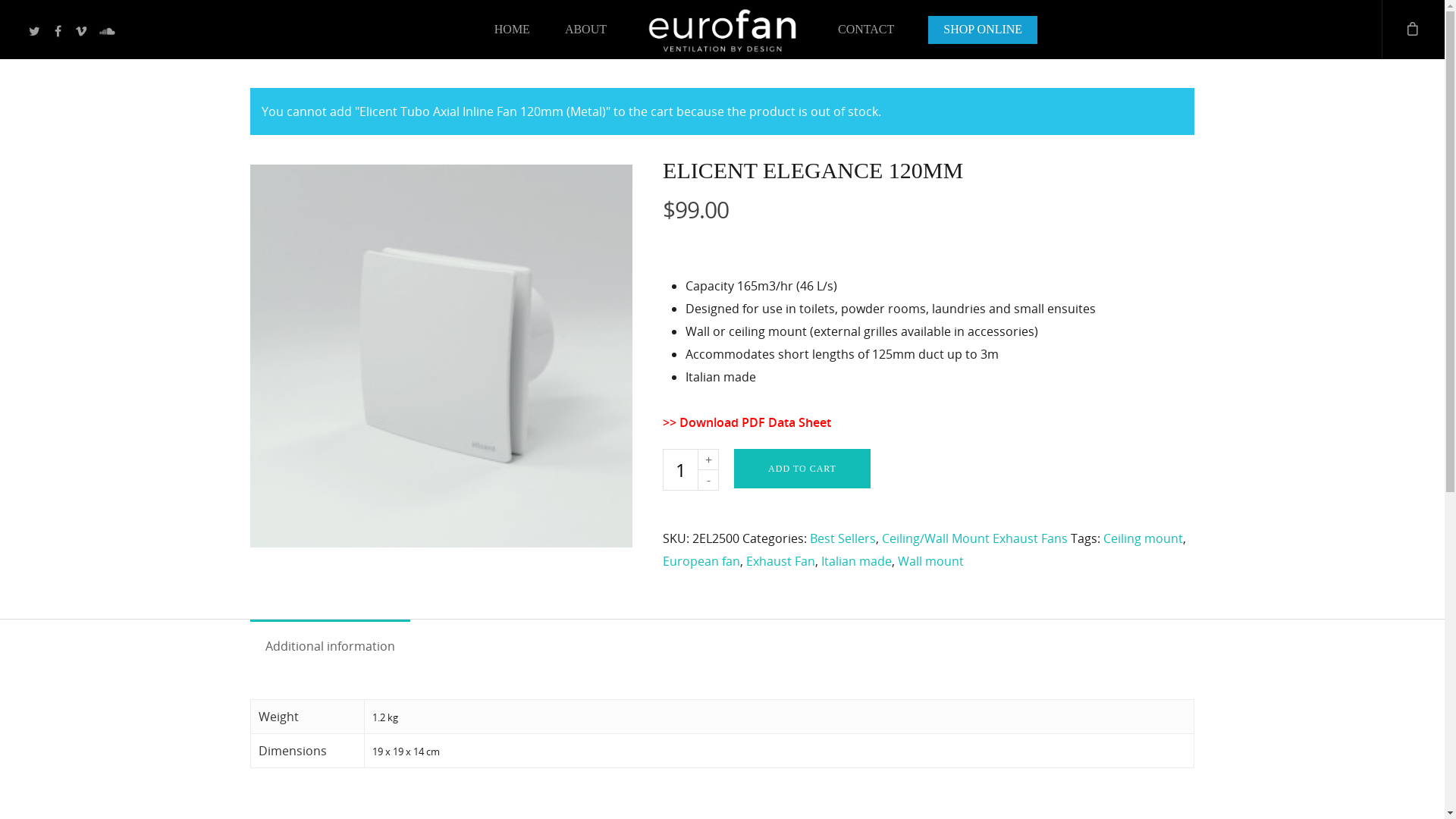  What do you see at coordinates (701, 561) in the screenshot?
I see `'European fan'` at bounding box center [701, 561].